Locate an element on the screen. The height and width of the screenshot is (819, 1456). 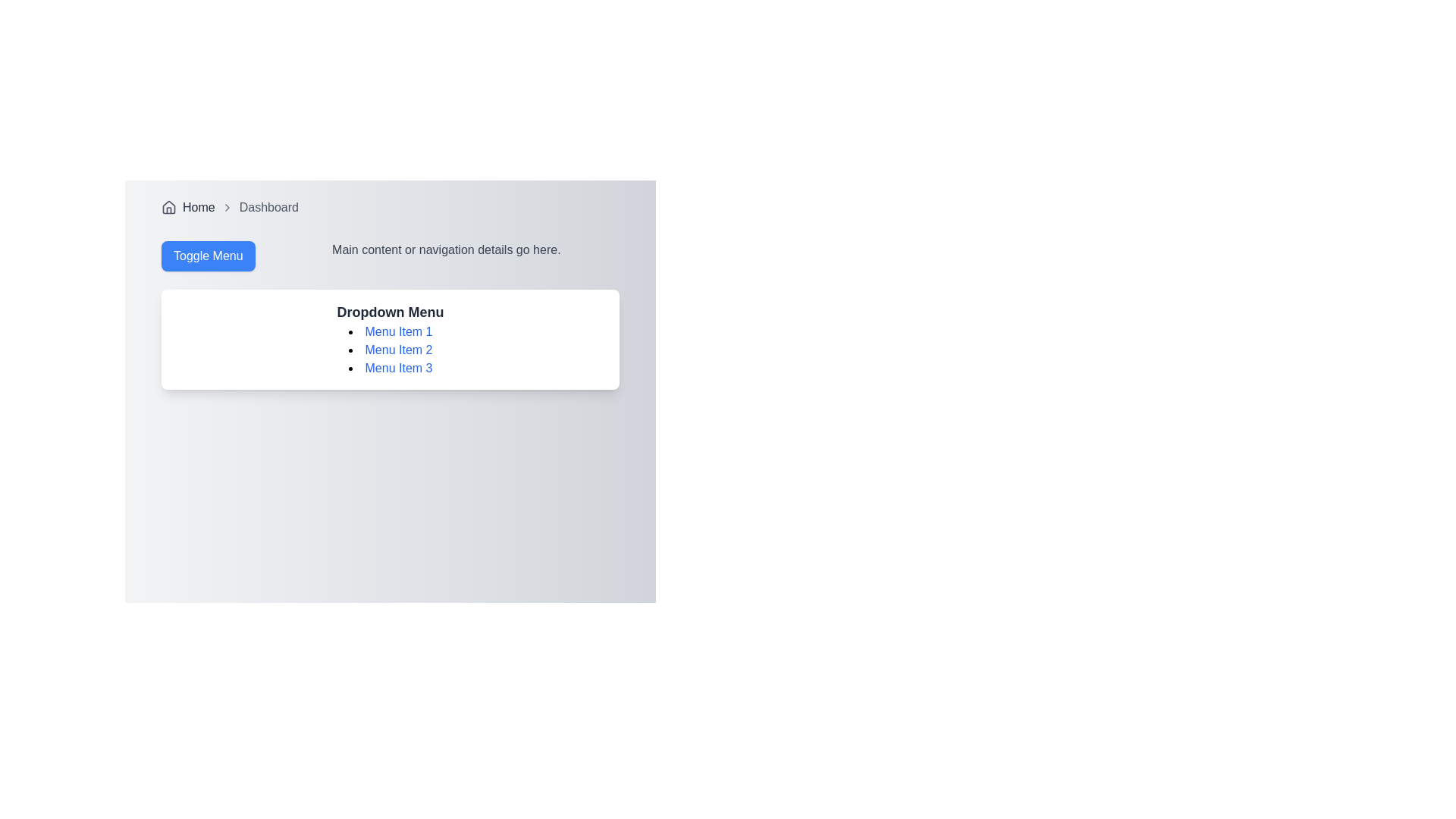
the breadcrumb navigation link that navigates to the homepage, located after the house icon and before the chevron icon, with the text 'Dashboard' is located at coordinates (198, 207).